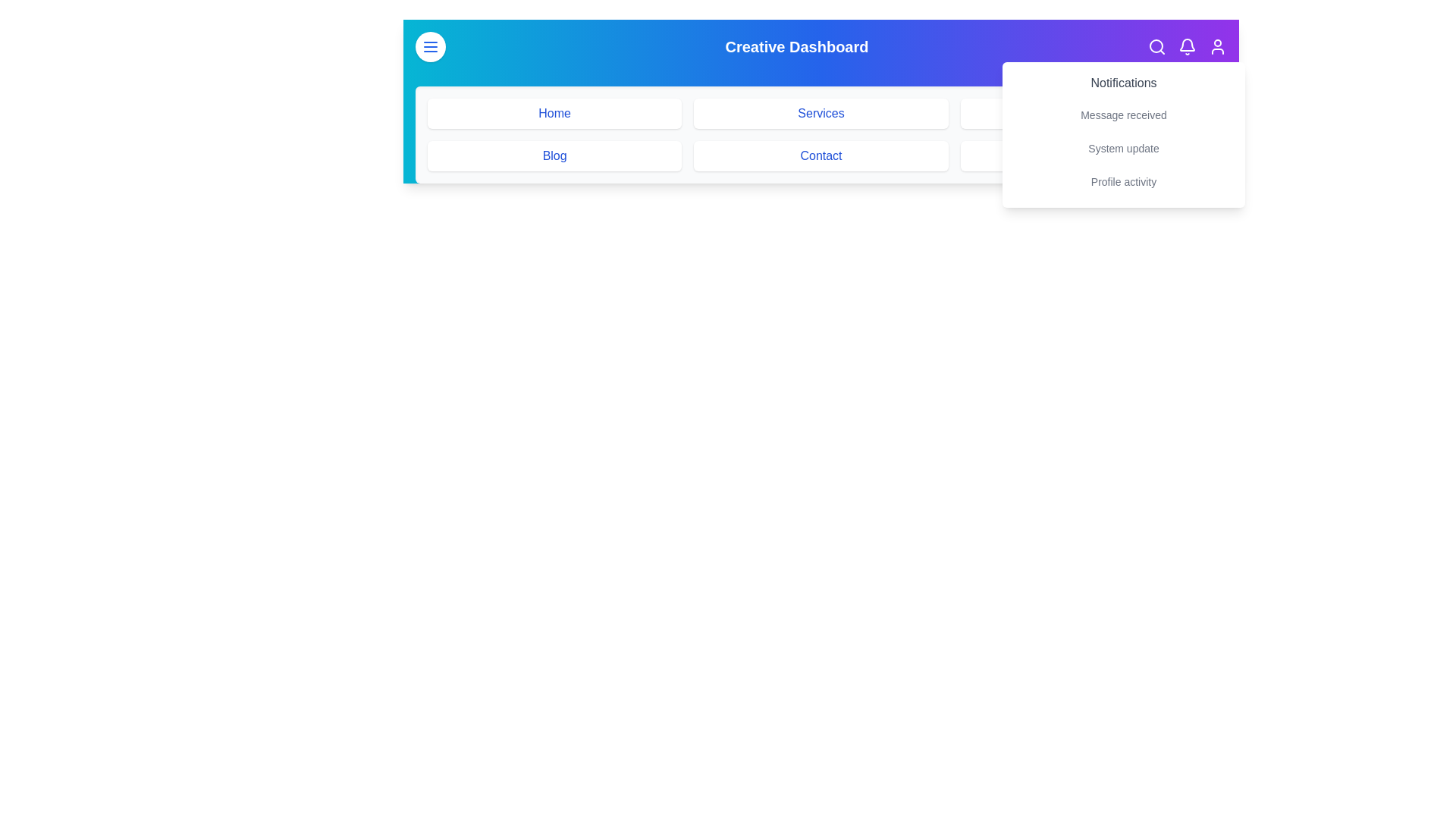 The image size is (1456, 819). Describe the element at coordinates (821, 113) in the screenshot. I see `the menu item labeled Services to navigate to the corresponding section` at that location.